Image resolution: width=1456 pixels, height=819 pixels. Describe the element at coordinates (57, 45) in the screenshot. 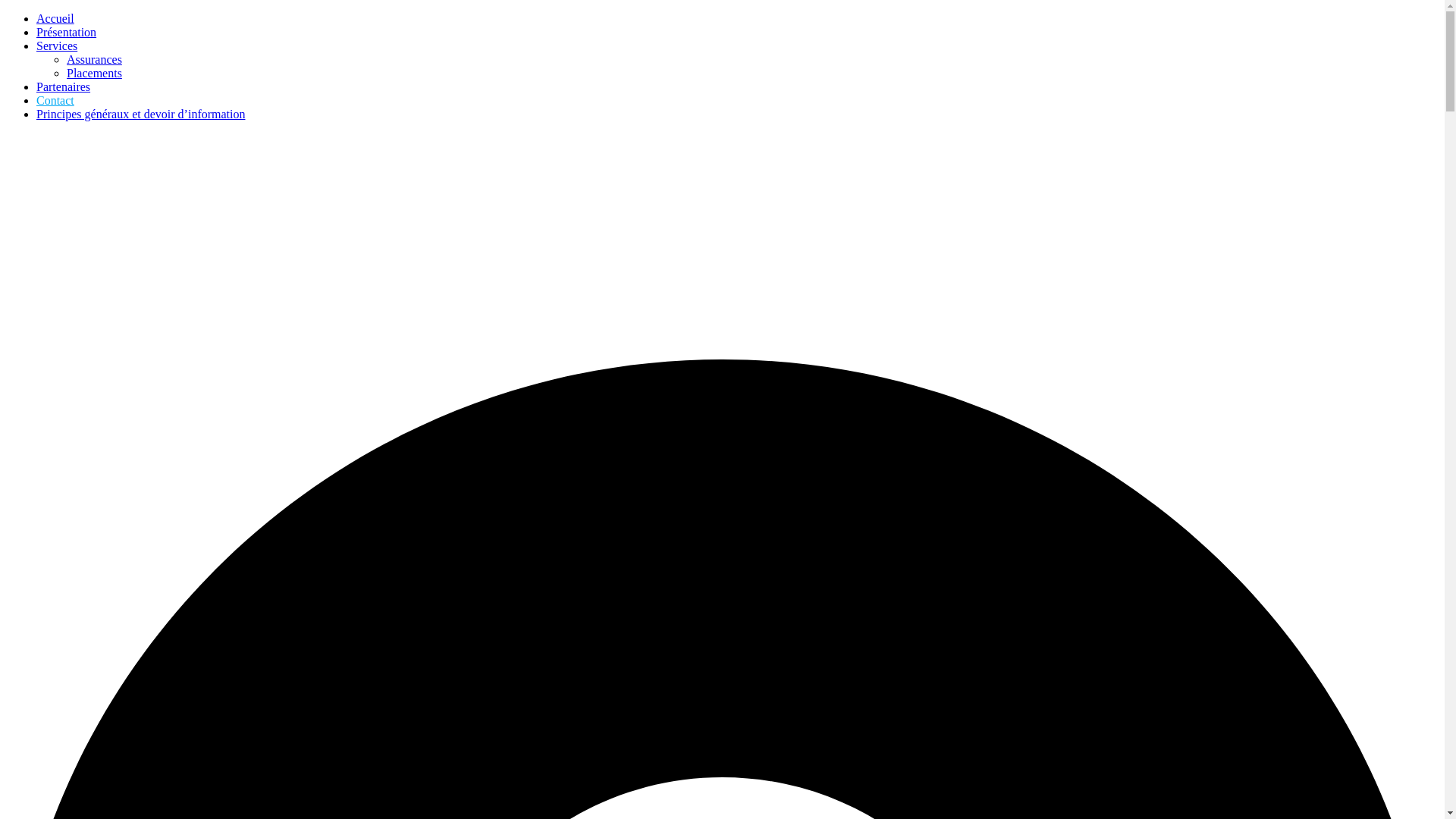

I see `'Services'` at that location.